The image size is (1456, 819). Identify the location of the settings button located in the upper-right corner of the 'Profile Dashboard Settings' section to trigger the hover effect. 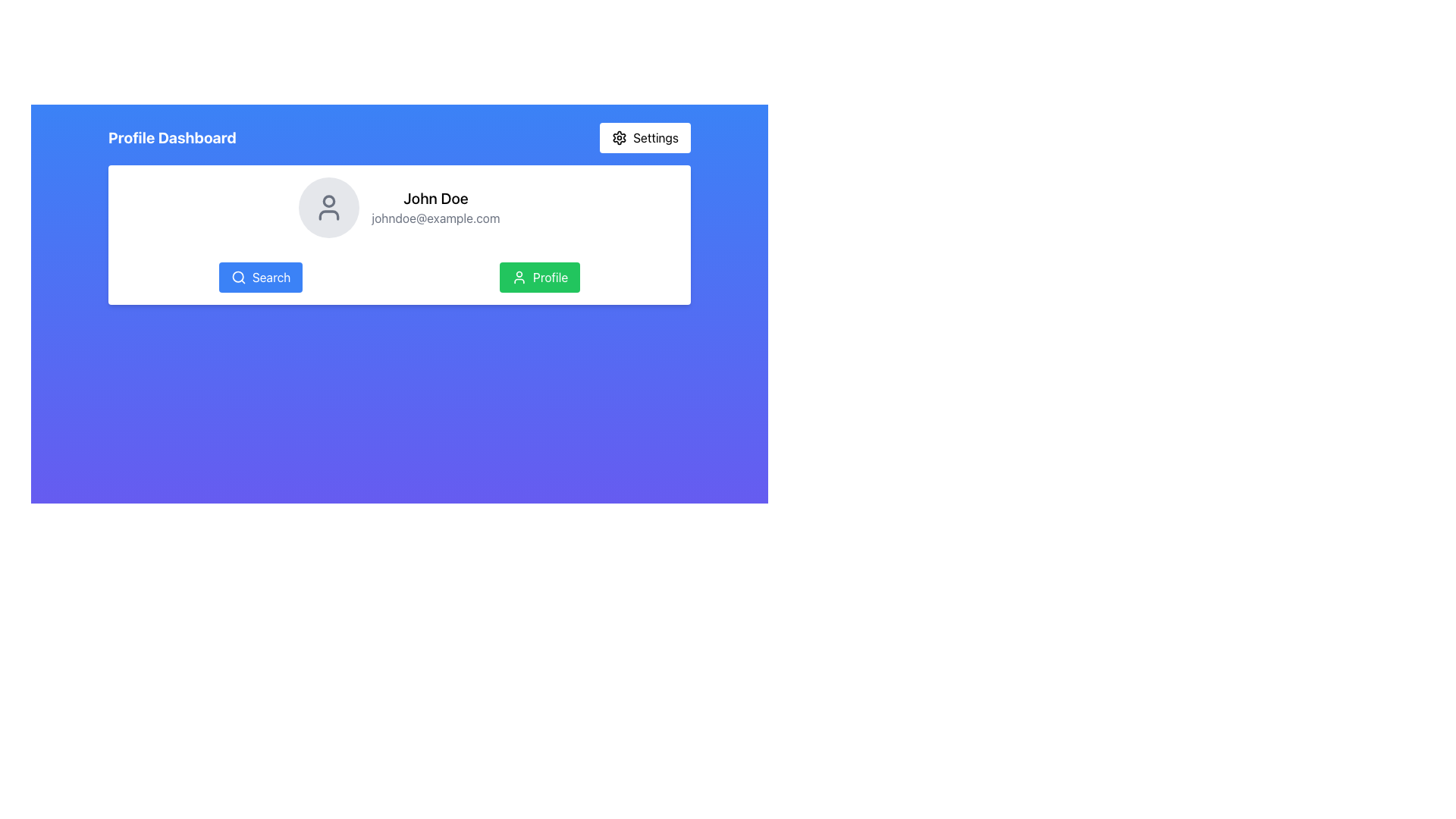
(645, 137).